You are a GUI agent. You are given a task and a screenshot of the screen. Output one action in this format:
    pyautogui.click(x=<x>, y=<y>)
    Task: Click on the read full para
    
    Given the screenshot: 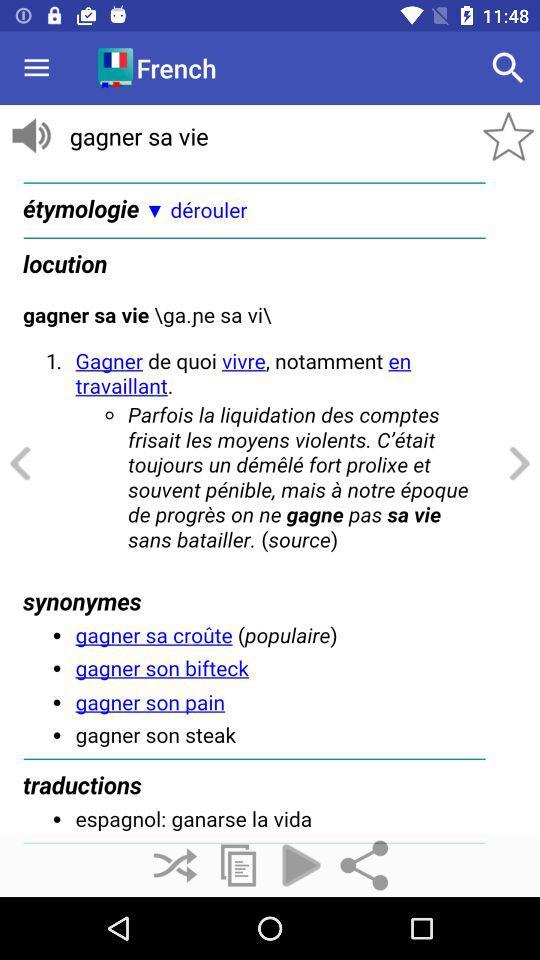 What is the action you would take?
    pyautogui.click(x=270, y=500)
    